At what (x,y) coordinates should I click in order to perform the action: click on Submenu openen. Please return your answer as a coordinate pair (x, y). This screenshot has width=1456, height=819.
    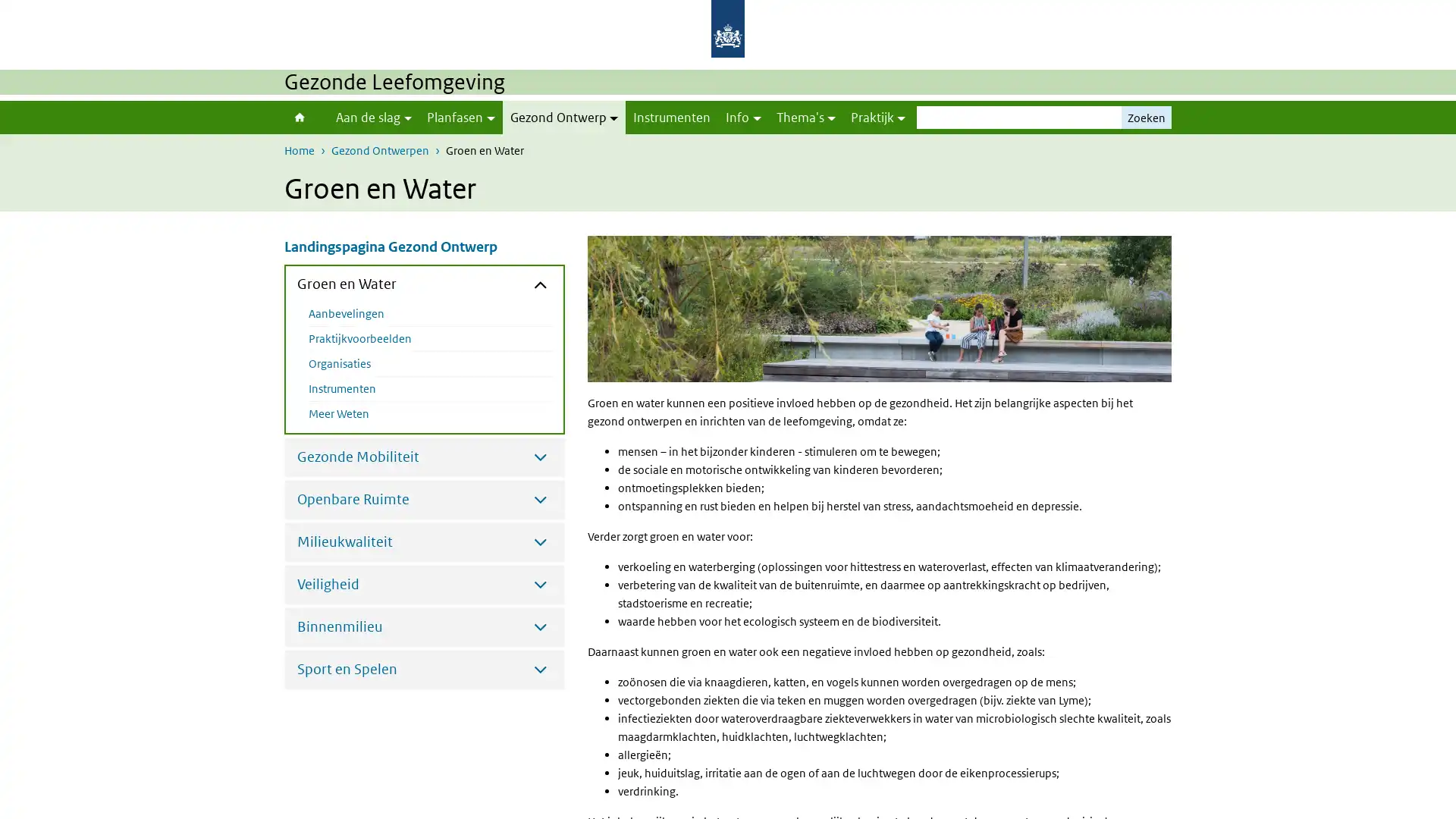
    Looking at the image, I should click on (541, 583).